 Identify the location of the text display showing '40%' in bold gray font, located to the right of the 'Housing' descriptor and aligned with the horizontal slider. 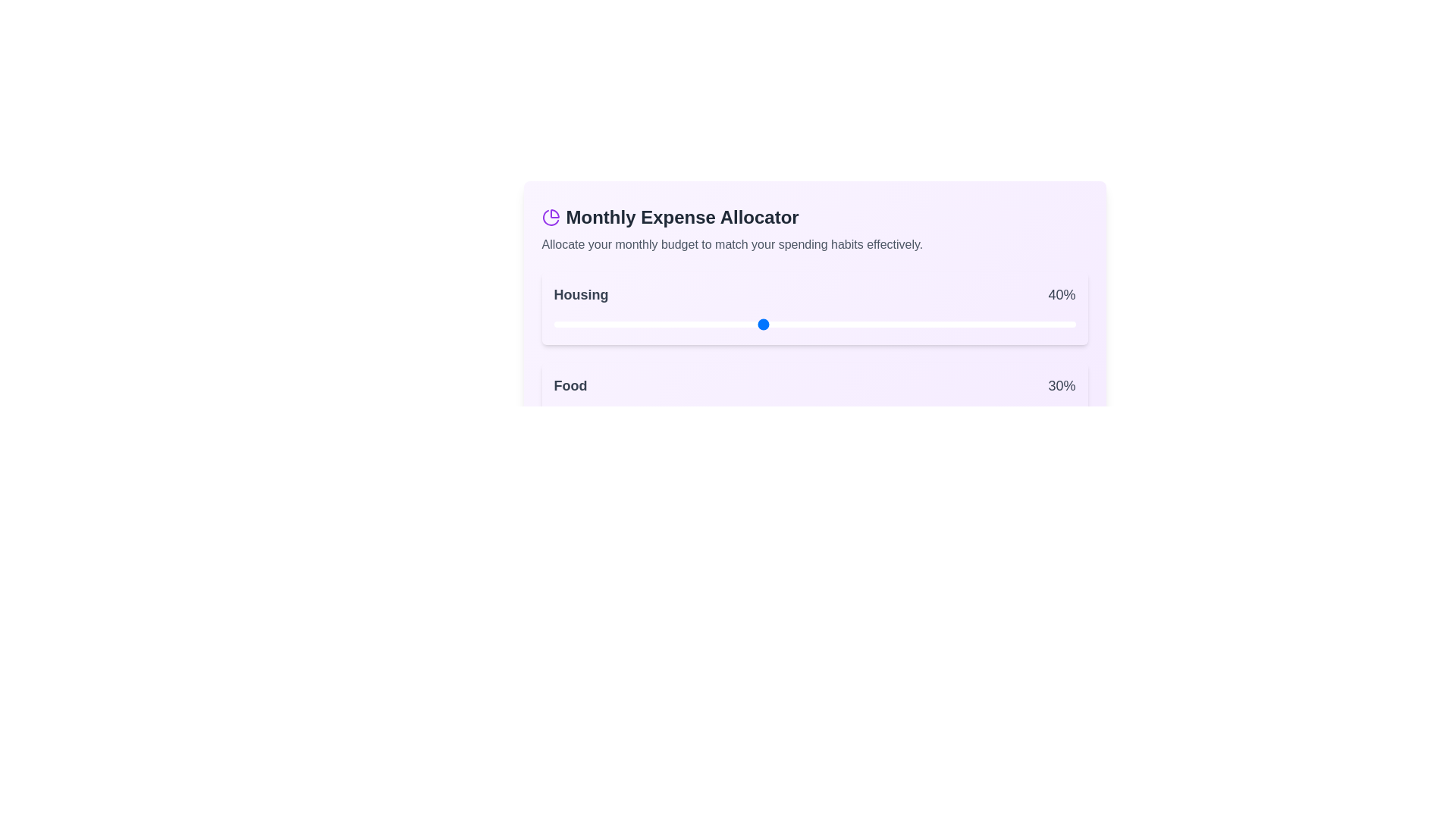
(1061, 295).